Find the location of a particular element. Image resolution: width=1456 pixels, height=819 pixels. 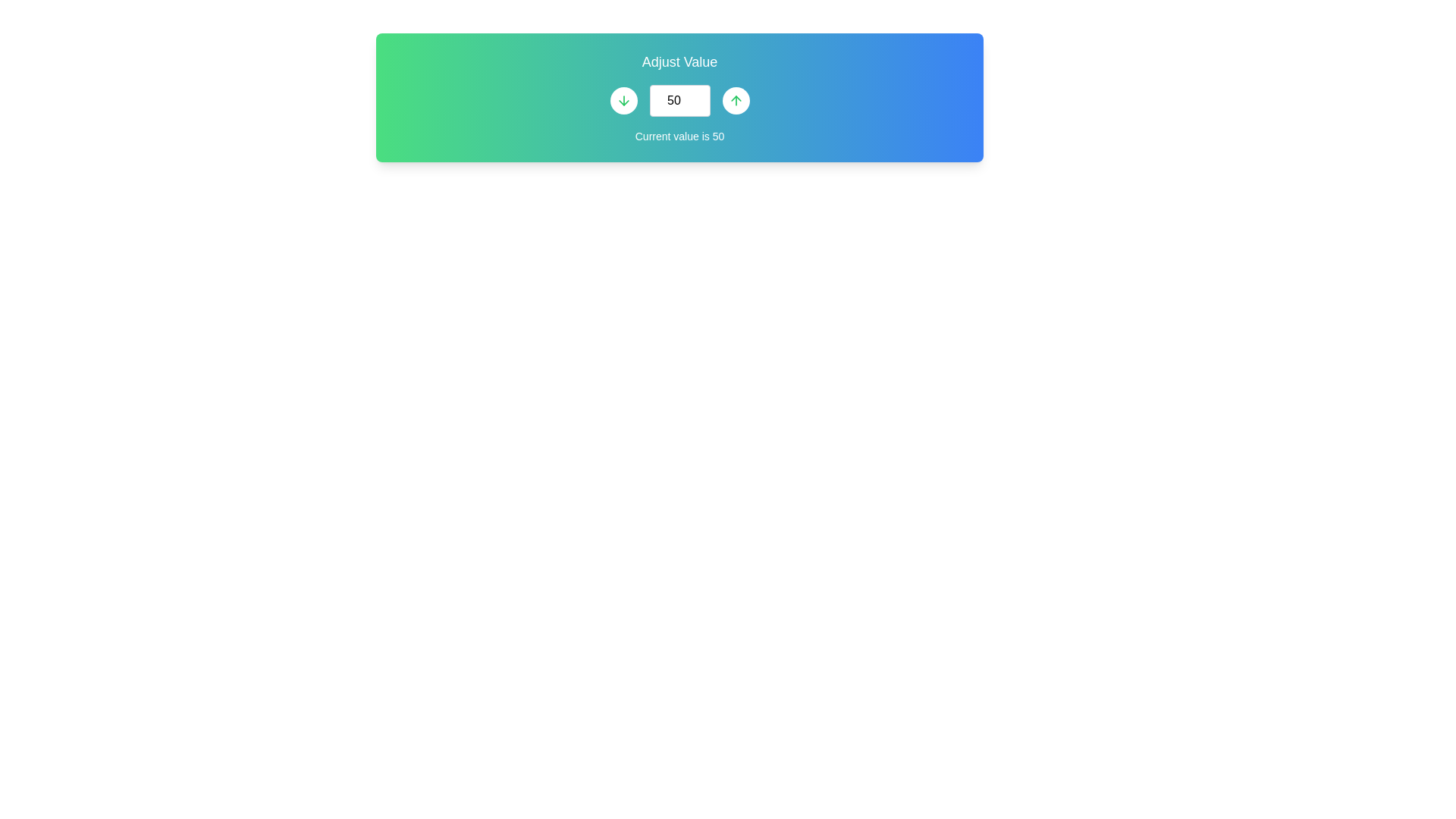

the increment button located to the right of the numeric input box, below the 'Adjust Value' text, to increase the displayed value is located at coordinates (736, 100).